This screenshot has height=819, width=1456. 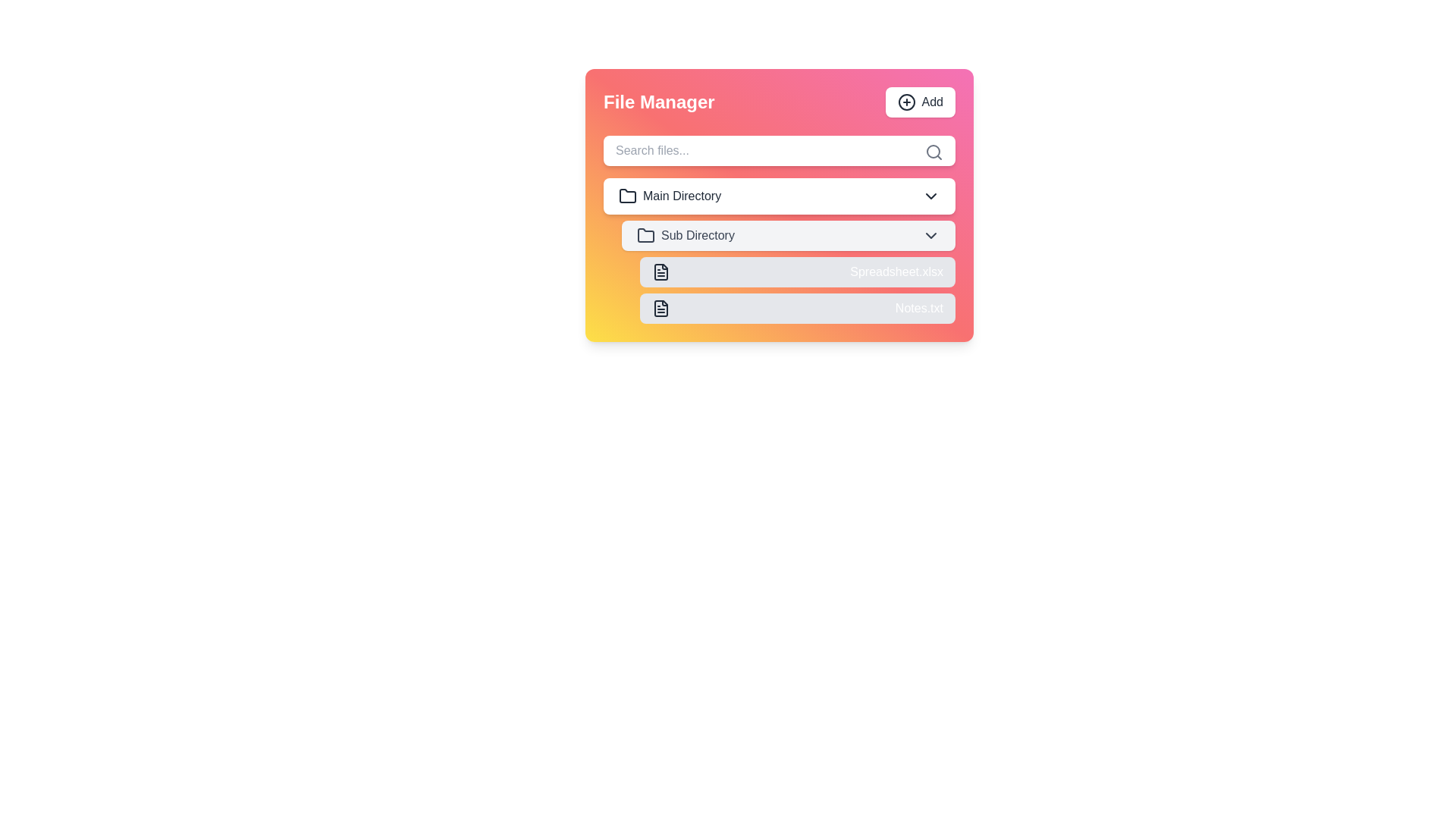 I want to click on the icon representing the file within the 'Spreadsheet.xlsx' entry in the file manager interface, which is located to the left of the highlighted row, so click(x=661, y=271).